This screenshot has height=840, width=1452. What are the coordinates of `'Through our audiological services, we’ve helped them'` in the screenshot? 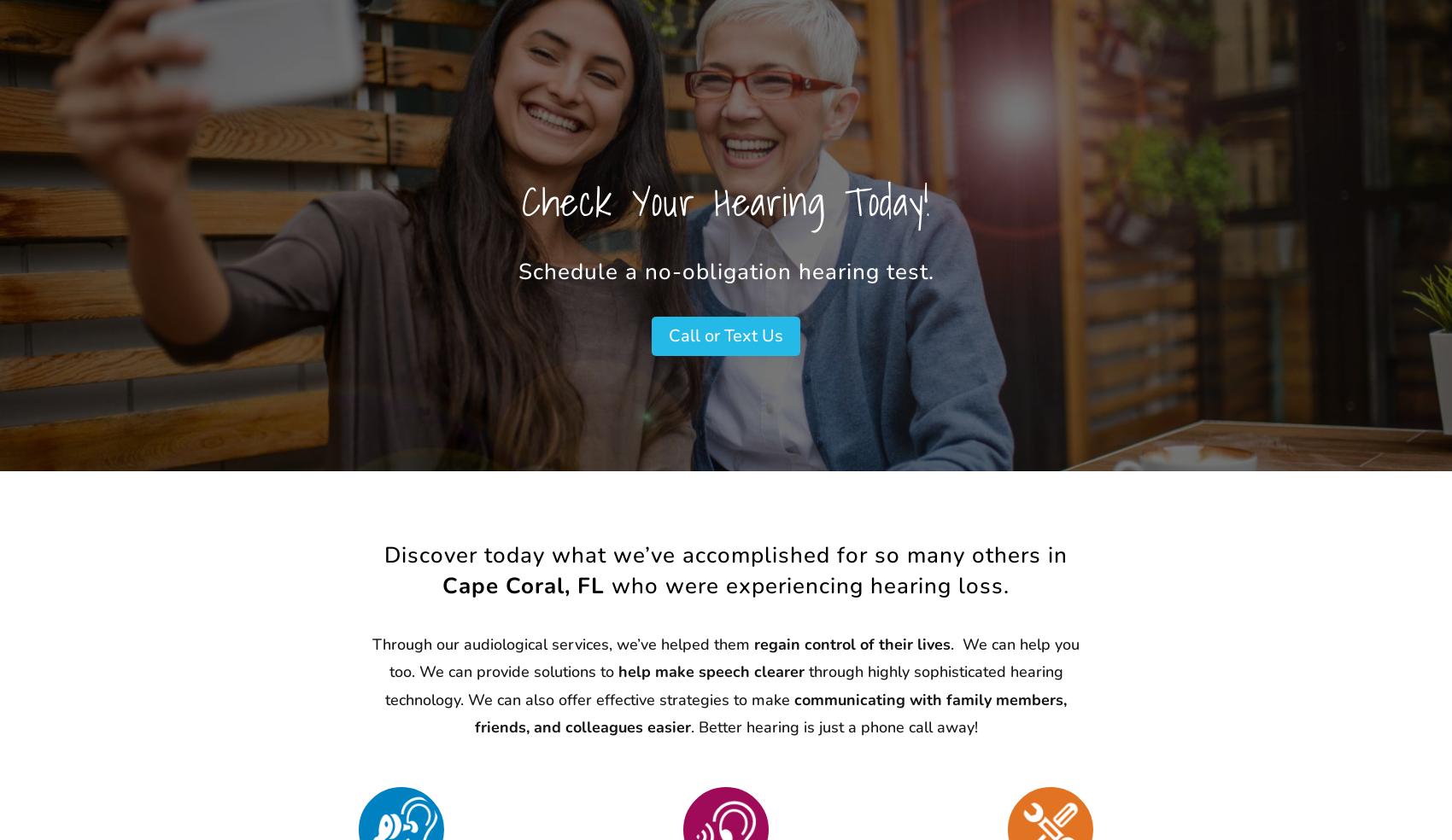 It's located at (563, 643).